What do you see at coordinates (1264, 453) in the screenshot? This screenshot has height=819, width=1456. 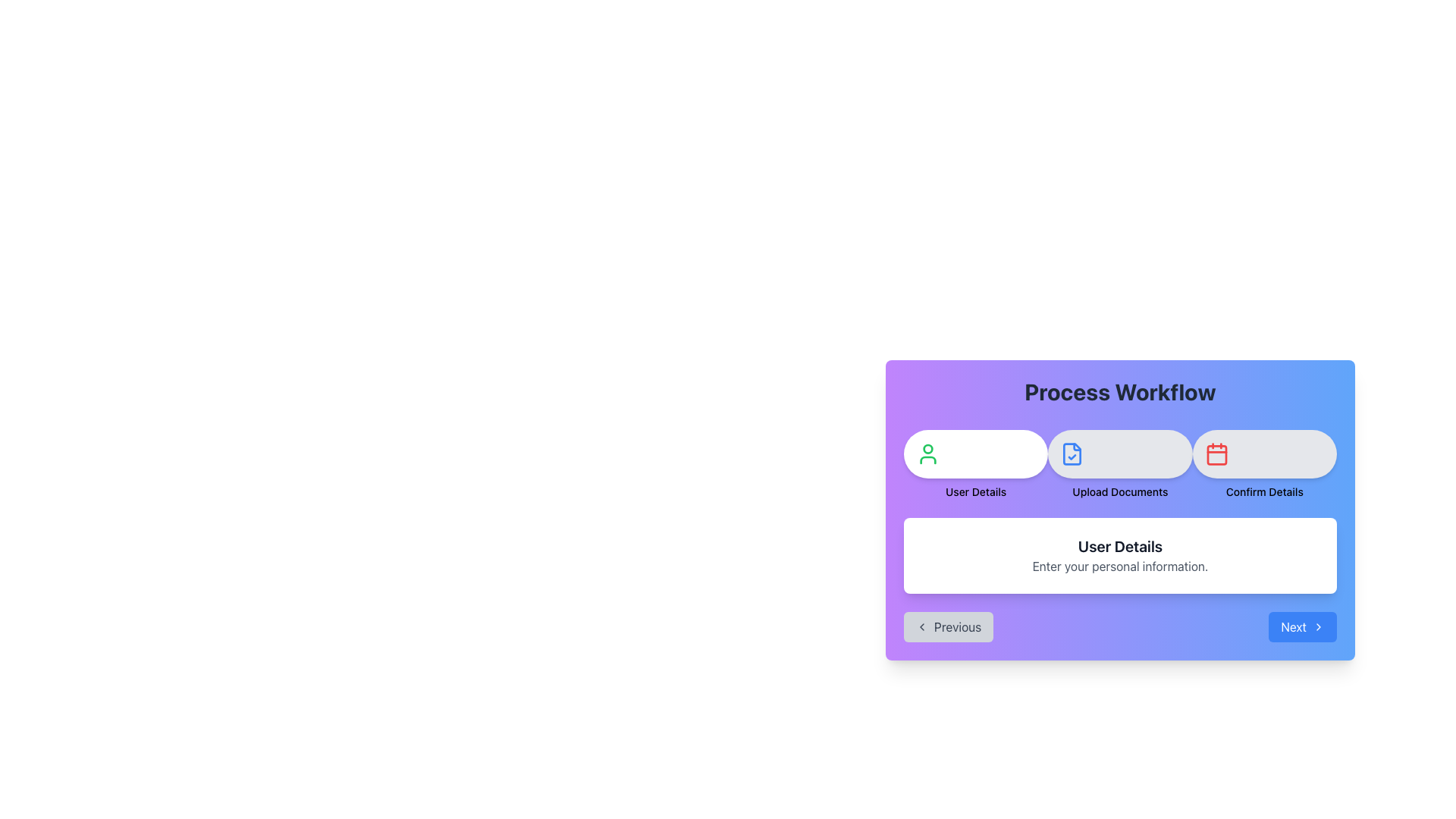 I see `the 'Confirm Details' button located in the top right corner of the button layout` at bounding box center [1264, 453].